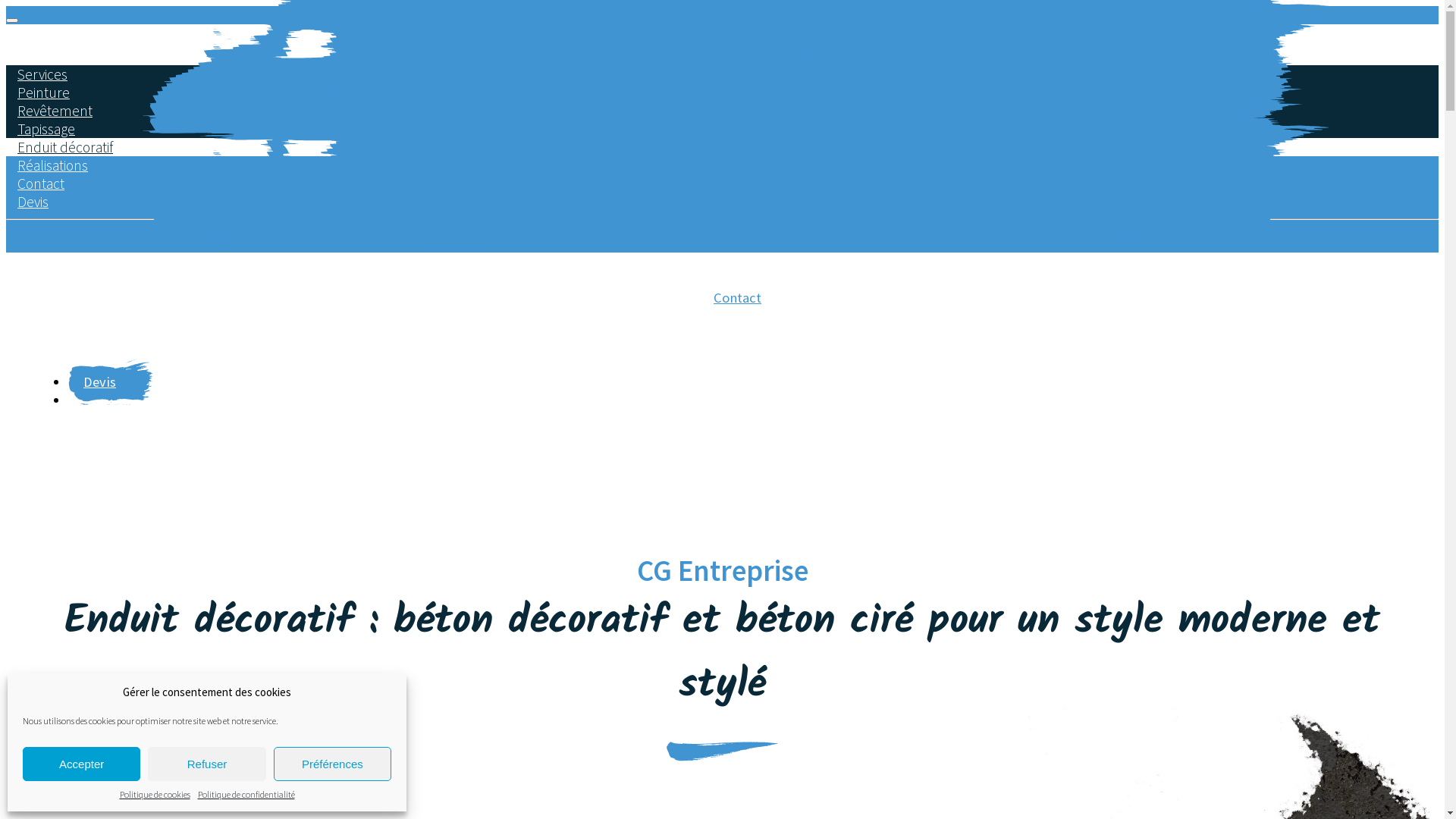 The image size is (1456, 819). Describe the element at coordinates (80, 764) in the screenshot. I see `'Accepter'` at that location.